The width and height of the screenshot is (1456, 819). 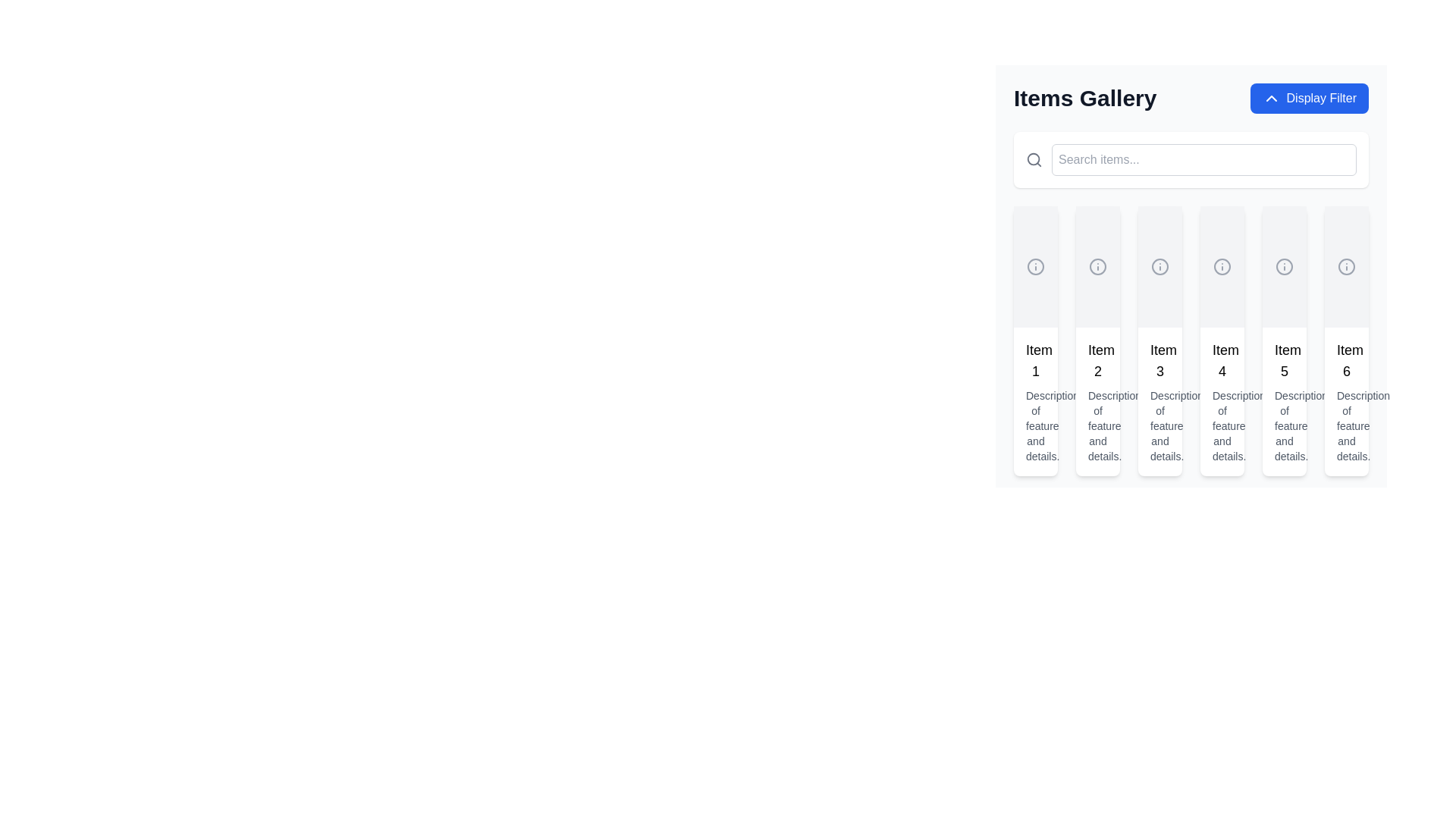 What do you see at coordinates (1098, 400) in the screenshot?
I see `the descriptive card labeled 'Item 2' which is the second item in a horizontally scrolling list, located below a gray icon` at bounding box center [1098, 400].